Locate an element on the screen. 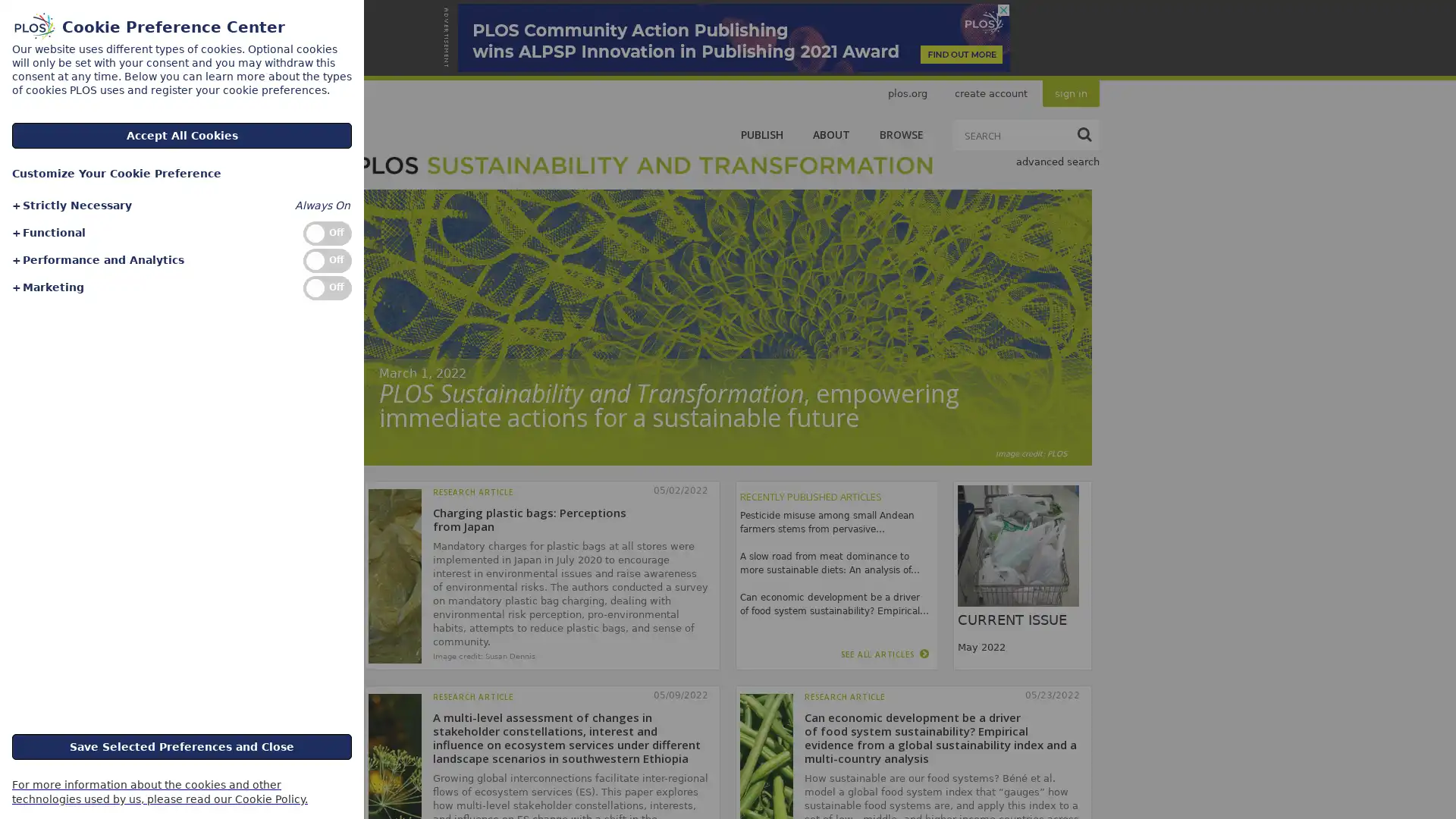 The width and height of the screenshot is (1456, 819). Toggle explanation of Marketing Cookies. is located at coordinates (47, 287).